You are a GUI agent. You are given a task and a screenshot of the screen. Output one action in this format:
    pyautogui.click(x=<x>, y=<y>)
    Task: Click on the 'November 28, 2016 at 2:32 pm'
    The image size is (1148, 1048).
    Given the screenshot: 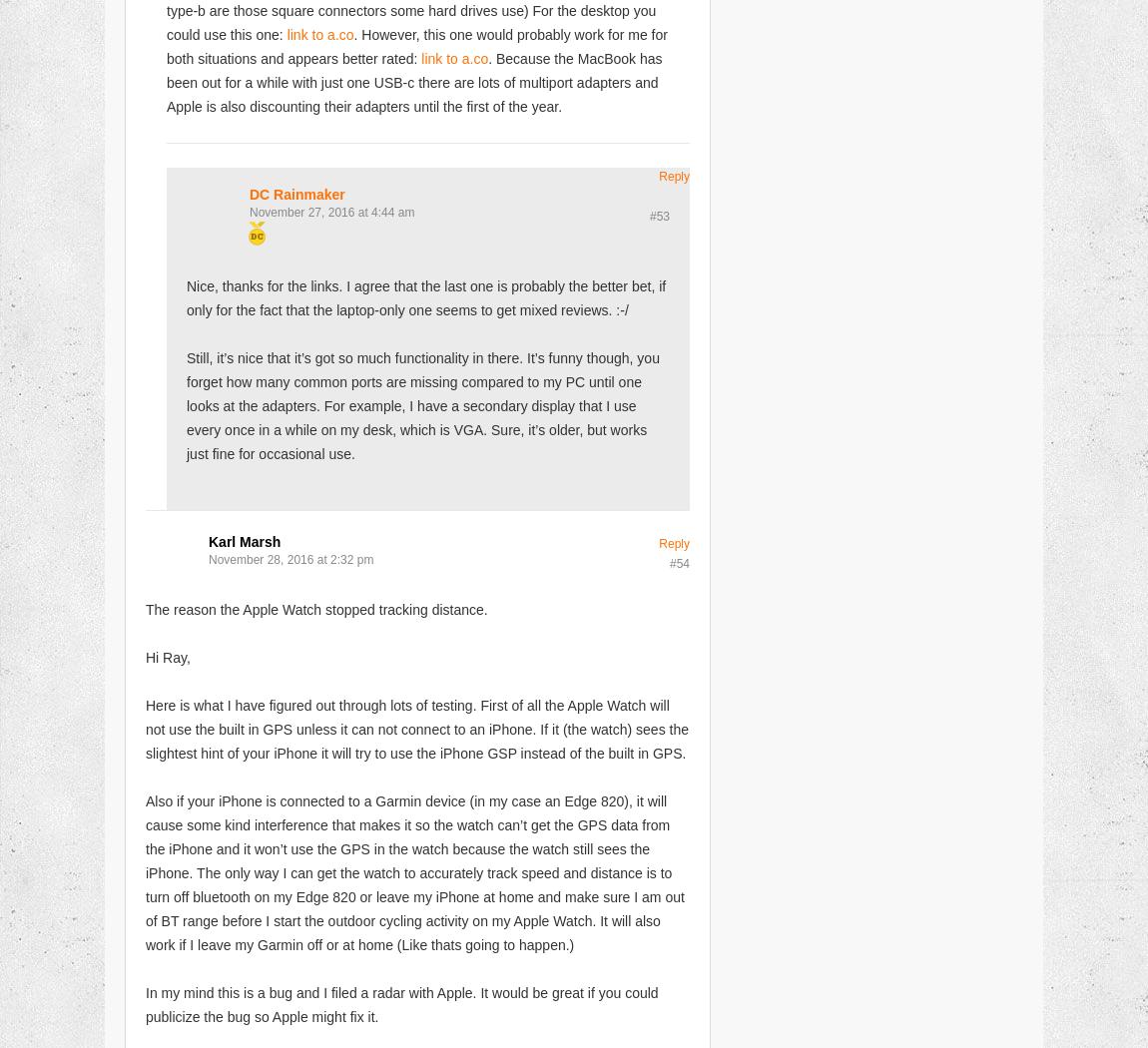 What is the action you would take?
    pyautogui.click(x=290, y=558)
    